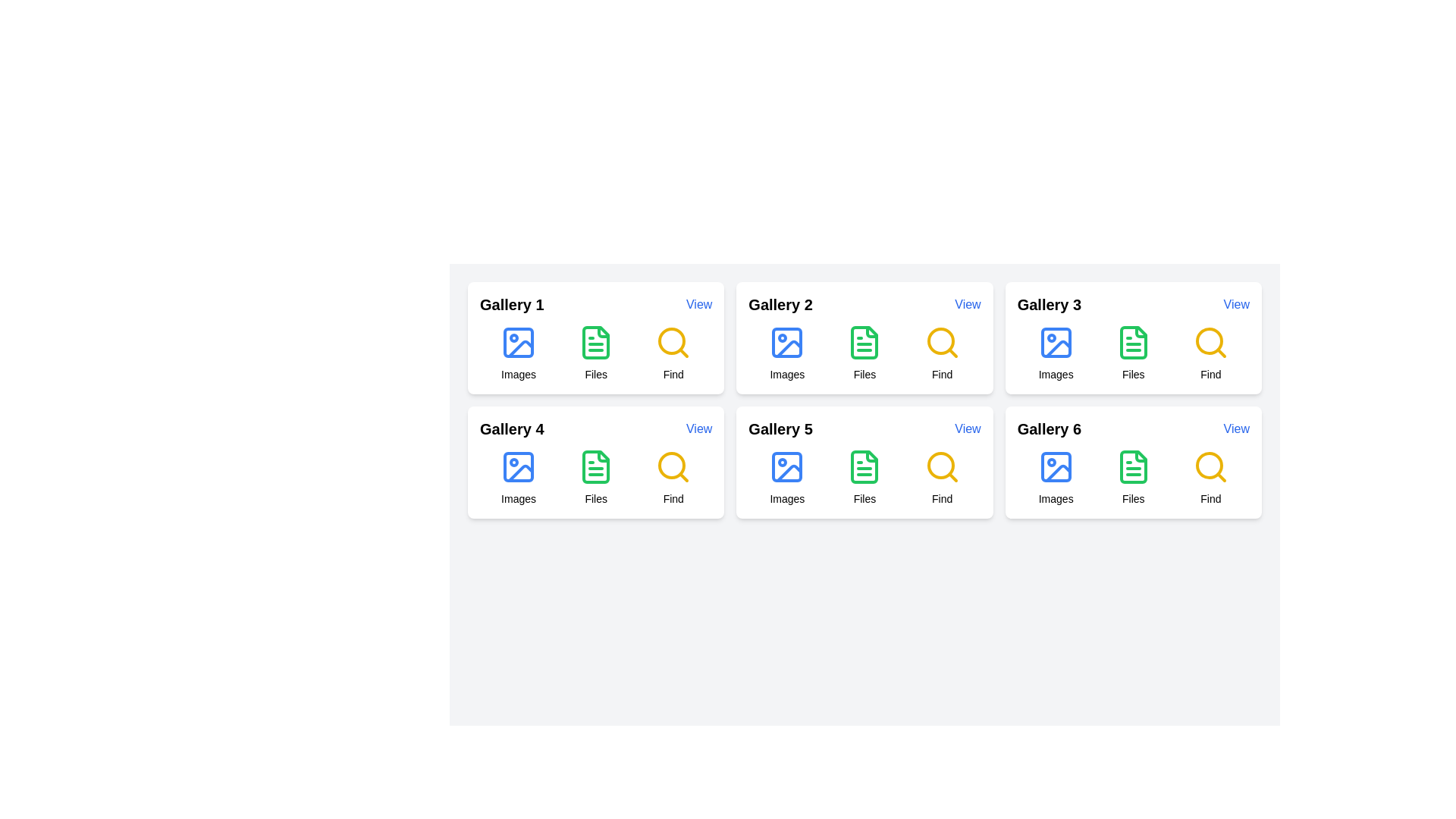 This screenshot has height=819, width=1456. What do you see at coordinates (864, 374) in the screenshot?
I see `the text label that says 'Files', which is centrally aligned and located under 'Gallery 2' in the grid layout` at bounding box center [864, 374].